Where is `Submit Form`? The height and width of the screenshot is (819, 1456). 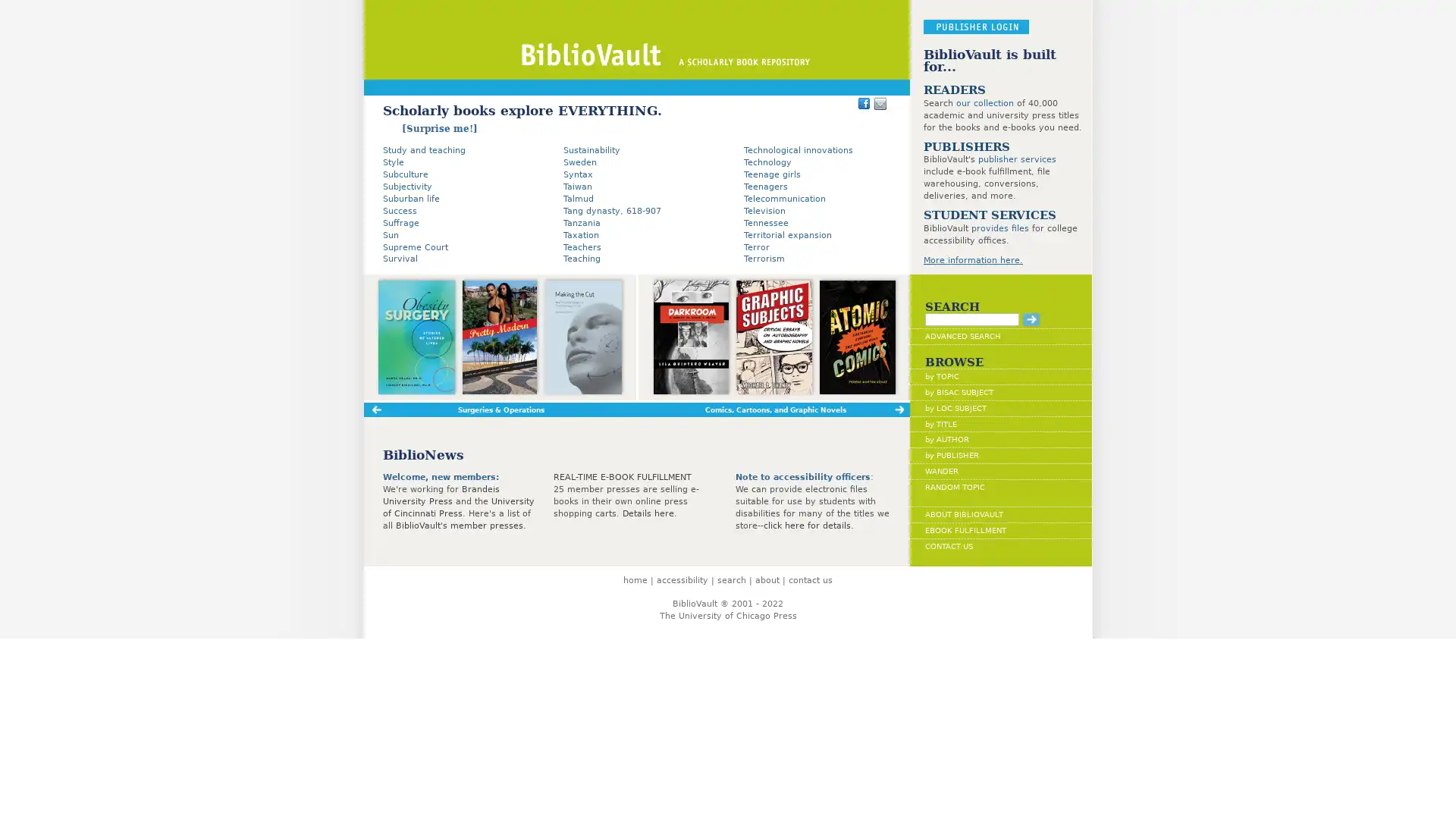
Submit Form is located at coordinates (1031, 318).